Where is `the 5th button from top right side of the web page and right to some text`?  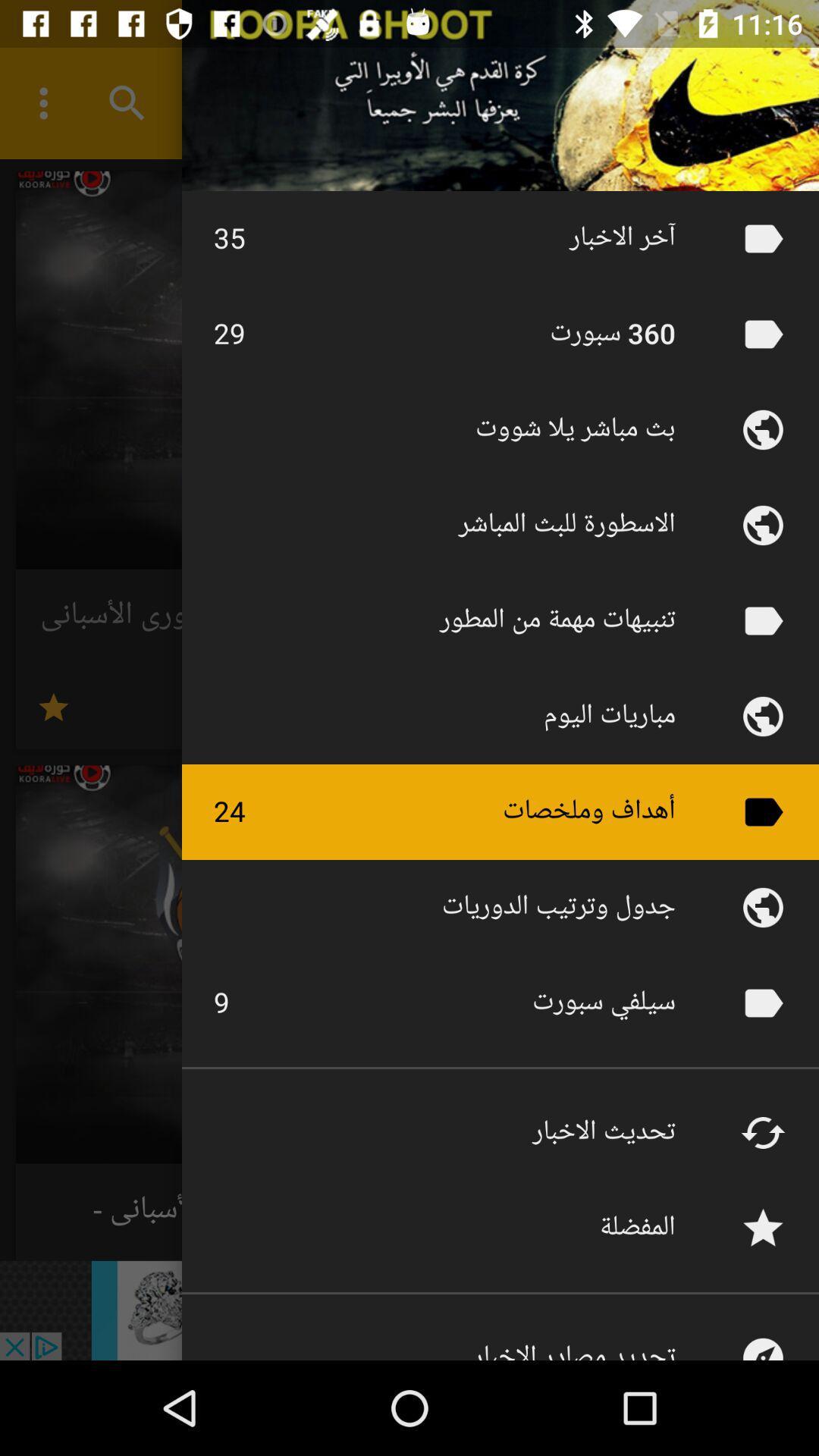 the 5th button from top right side of the web page and right to some text is located at coordinates (763, 621).